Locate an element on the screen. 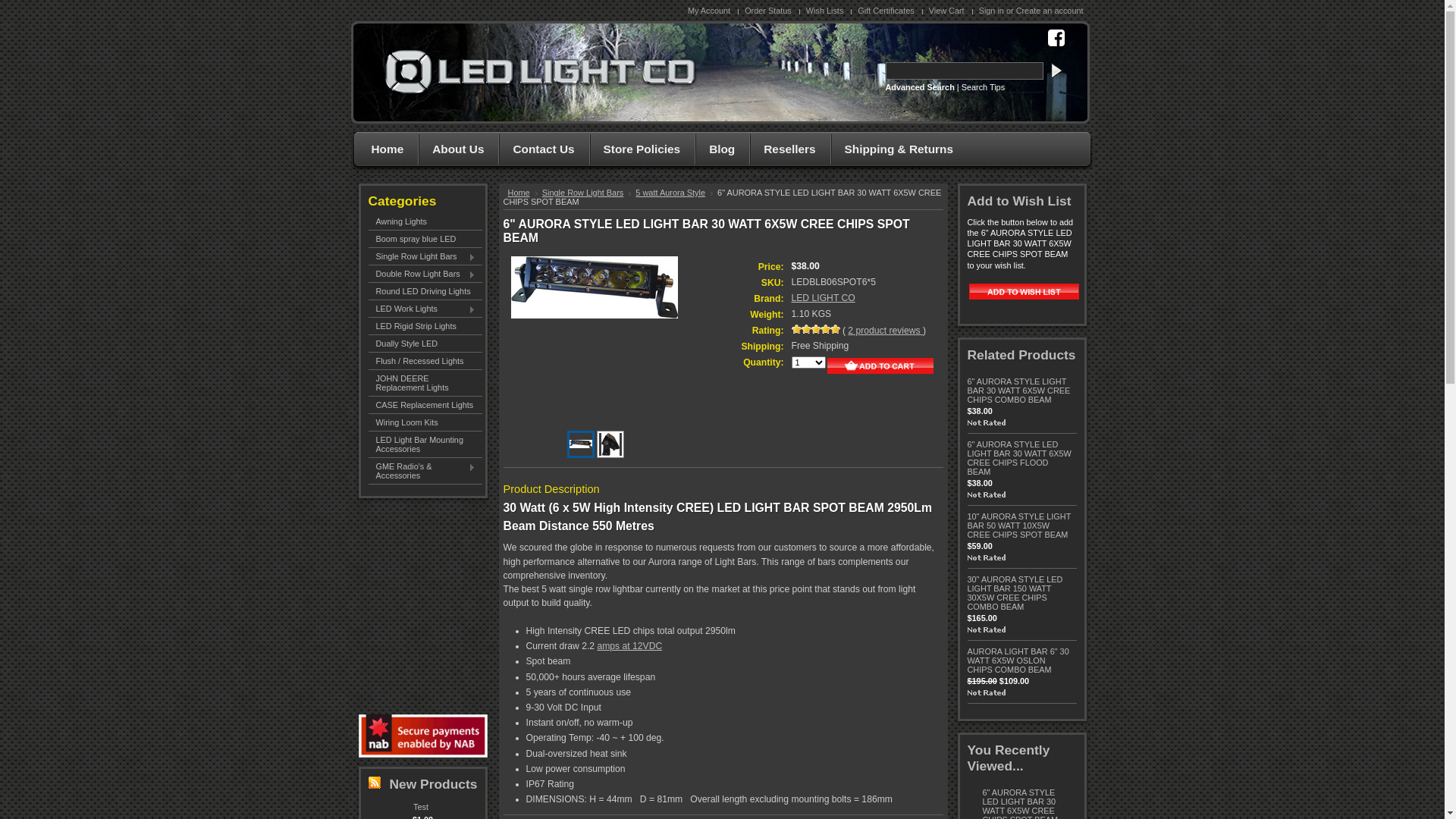  'Gift Certificates' is located at coordinates (887, 11).